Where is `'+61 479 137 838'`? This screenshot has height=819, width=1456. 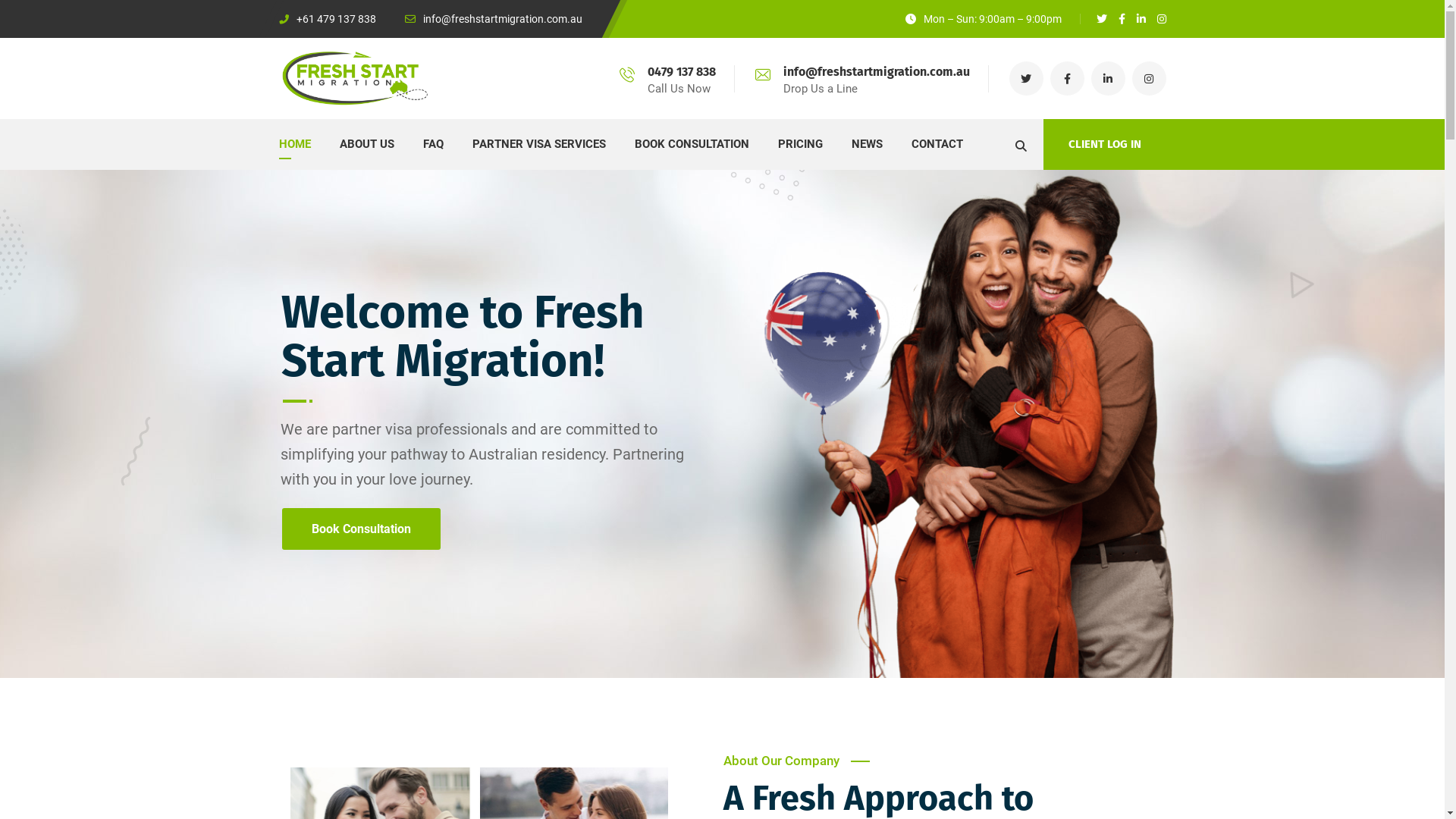 '+61 479 137 838' is located at coordinates (327, 18).